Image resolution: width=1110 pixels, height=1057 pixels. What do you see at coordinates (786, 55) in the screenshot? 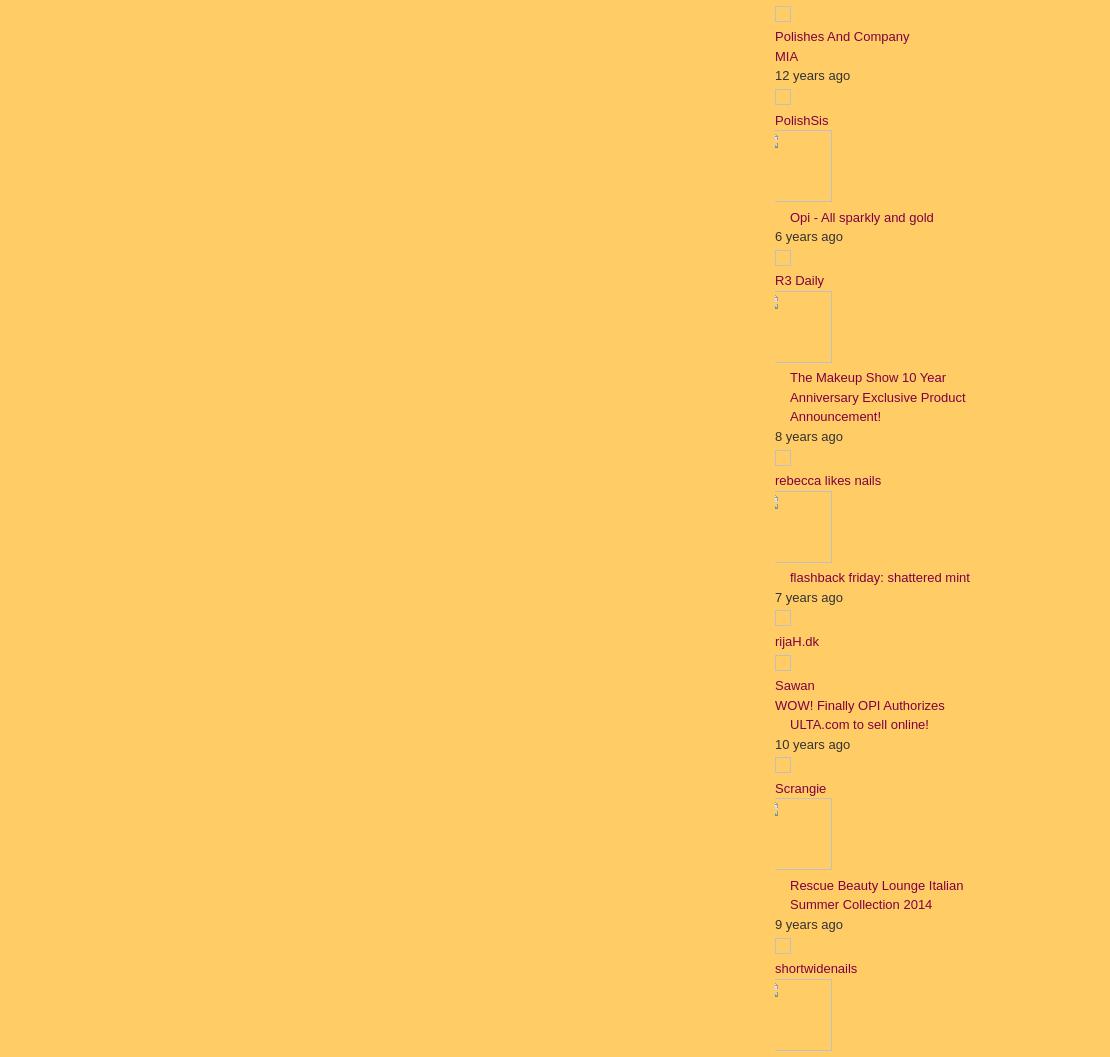
I see `'MIA'` at bounding box center [786, 55].